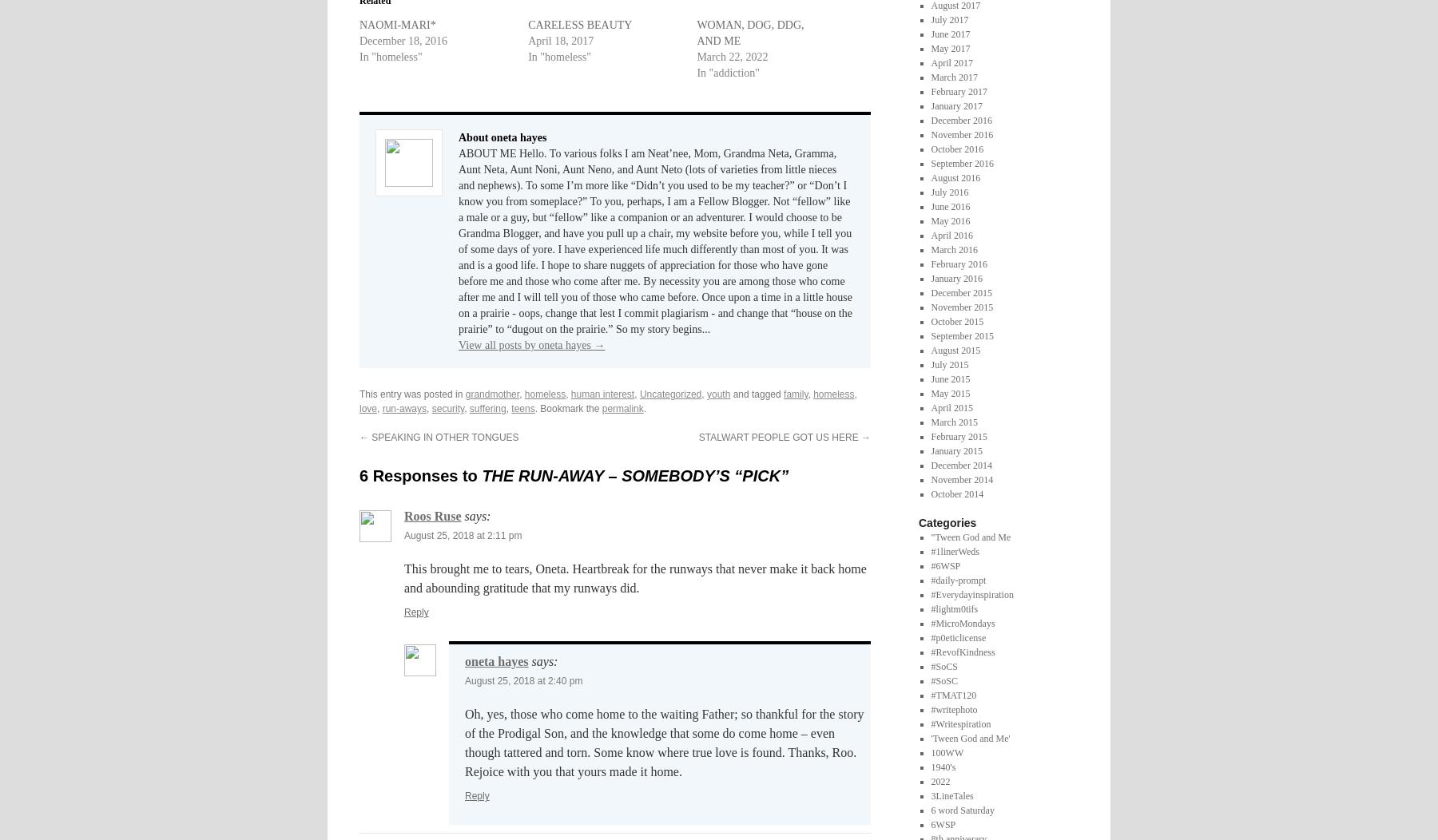  I want to click on 'THE RUN-AWAY – SOMEBODY’S “PICK”', so click(635, 474).